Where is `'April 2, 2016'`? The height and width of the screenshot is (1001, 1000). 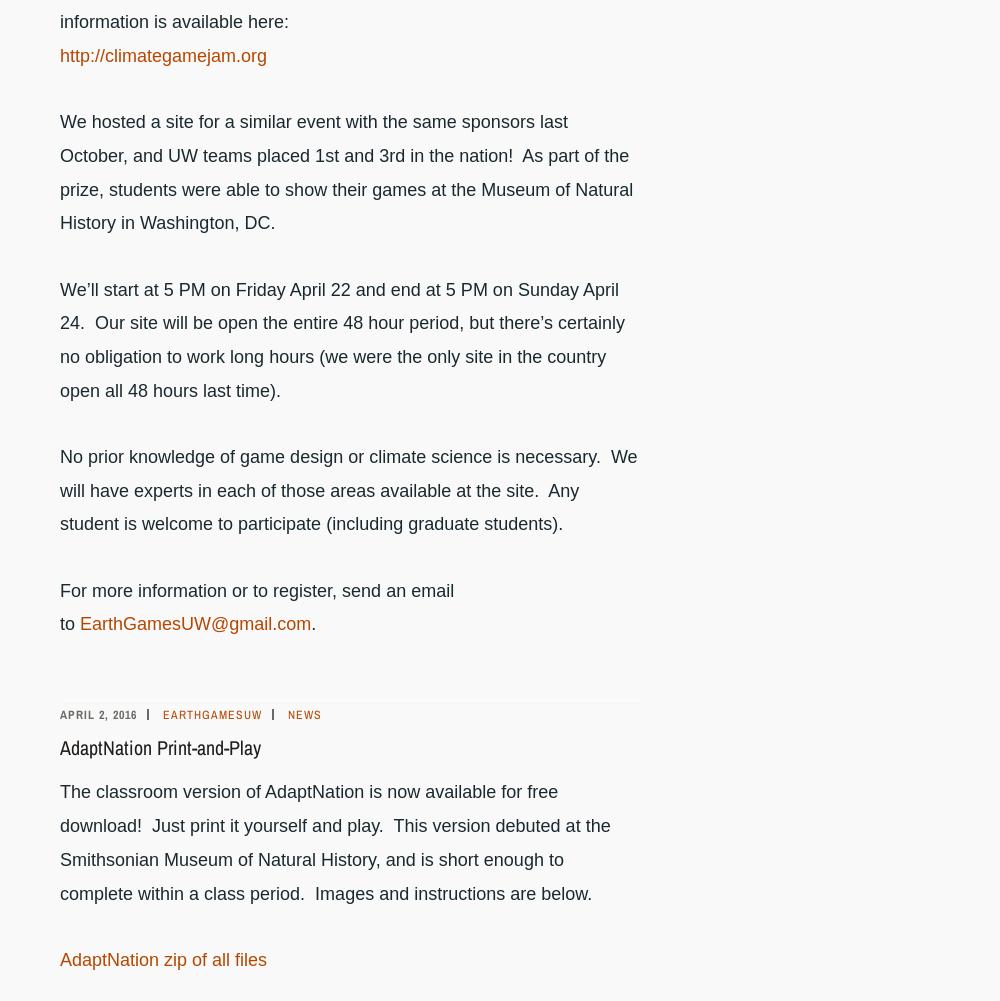 'April 2, 2016' is located at coordinates (97, 715).